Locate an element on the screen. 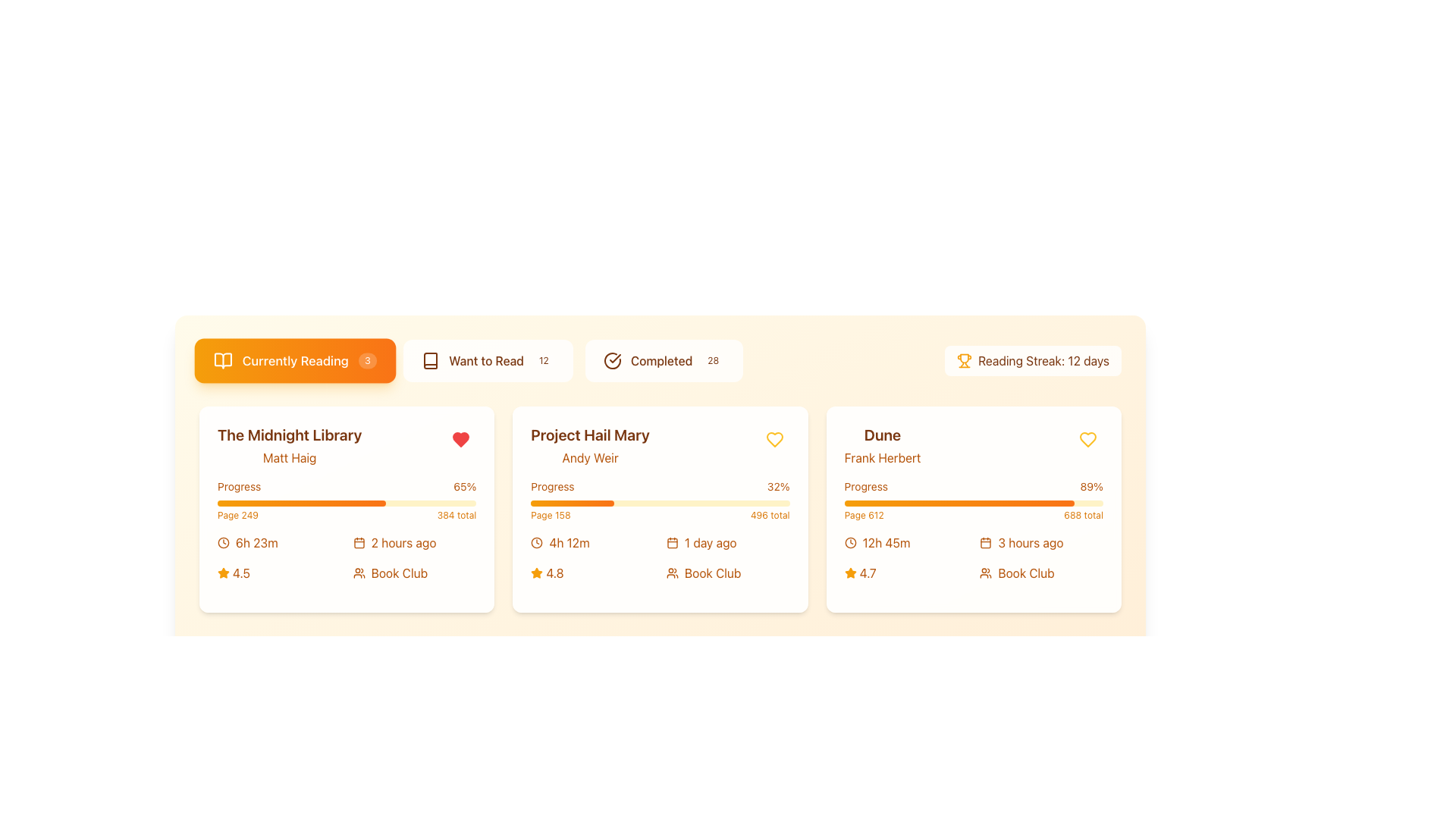 Image resolution: width=1456 pixels, height=819 pixels. the orange icon representing two overlapping human silhouettes, located to the left of the 'Book Club' text label, within the user-related data section is located at coordinates (672, 573).